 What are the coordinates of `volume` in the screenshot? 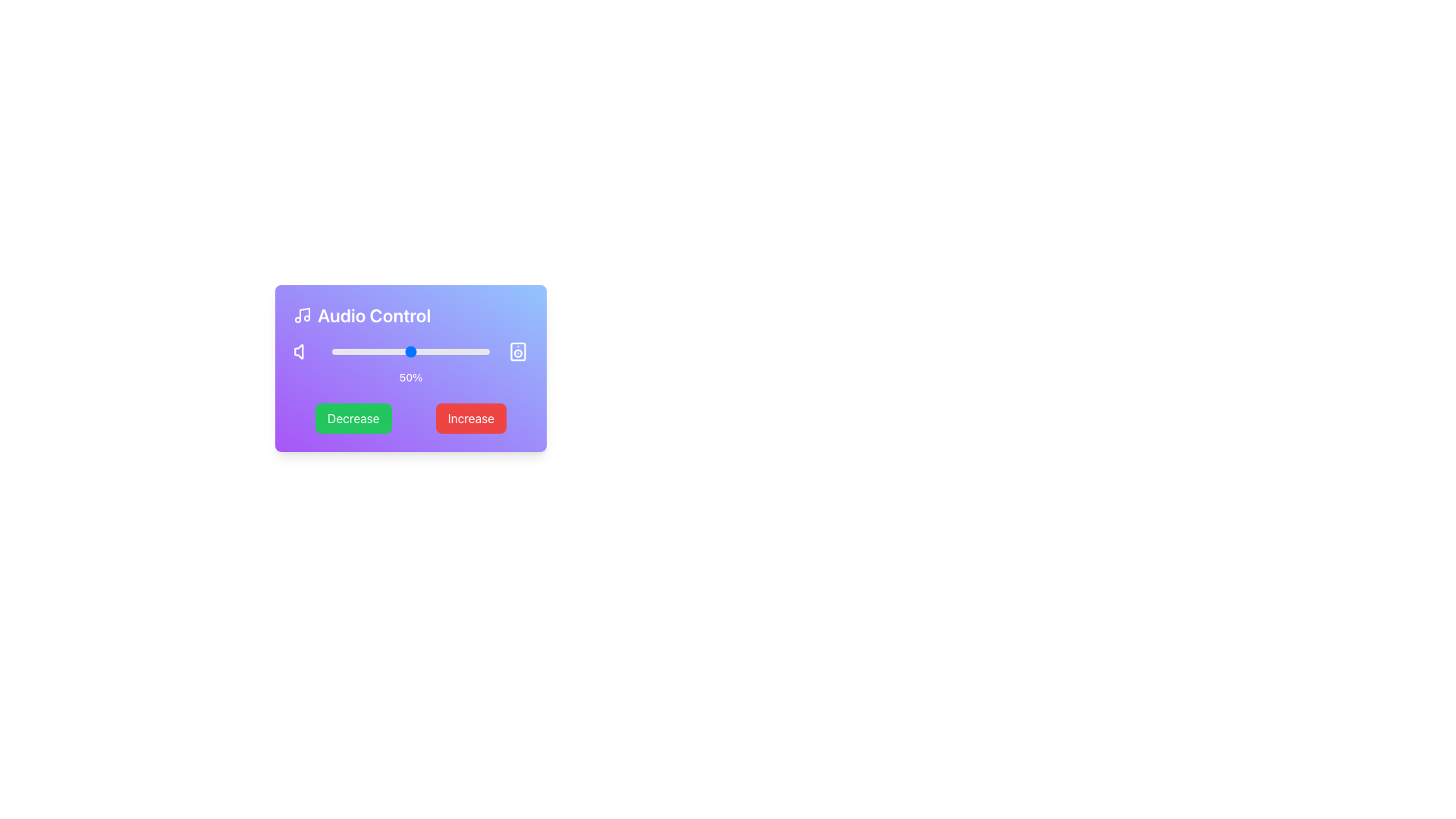 It's located at (376, 351).